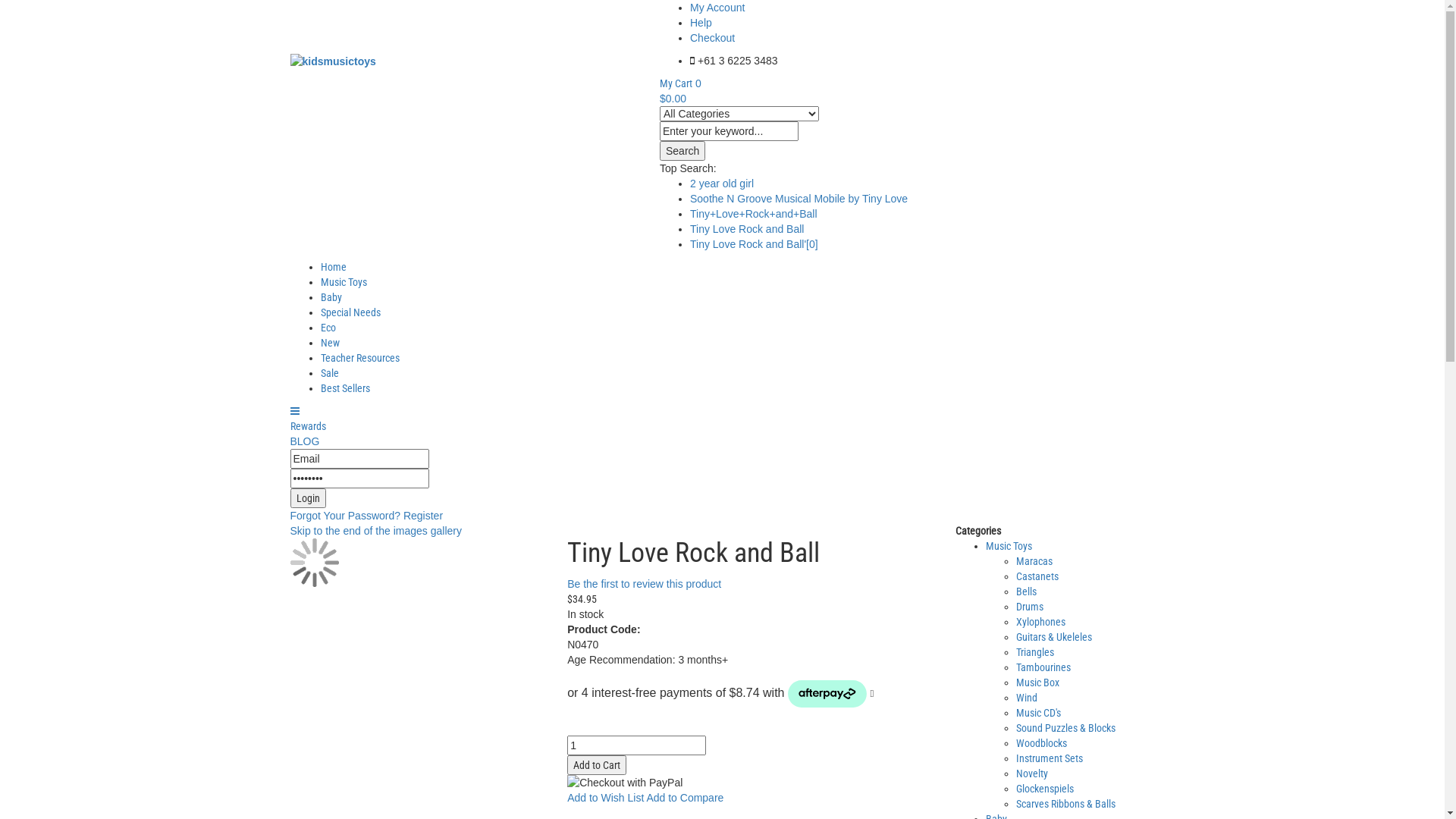 The height and width of the screenshot is (819, 1456). What do you see at coordinates (1043, 666) in the screenshot?
I see `'Tambourines'` at bounding box center [1043, 666].